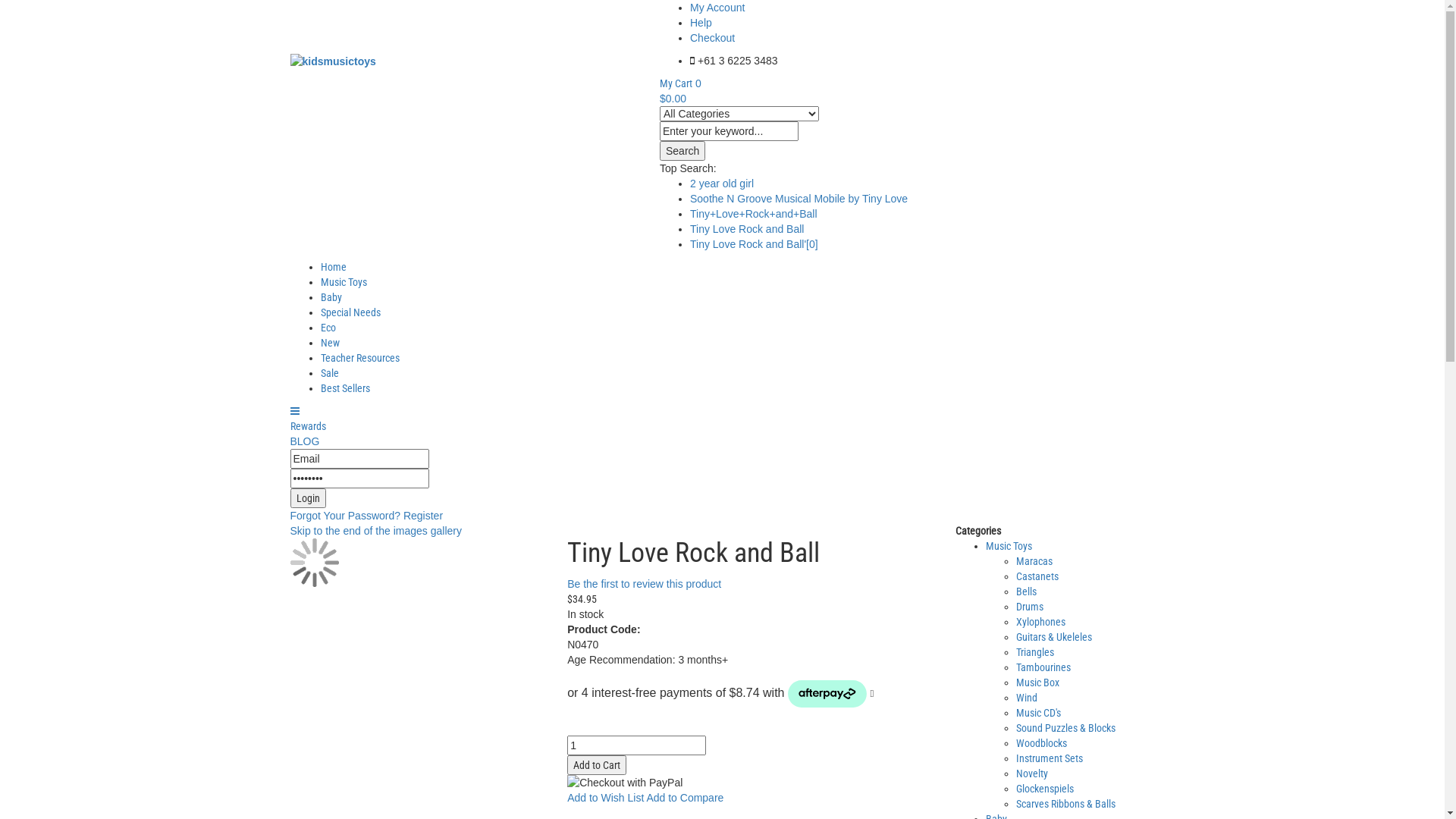 The height and width of the screenshot is (819, 1456). What do you see at coordinates (1043, 666) in the screenshot?
I see `'Tambourines'` at bounding box center [1043, 666].